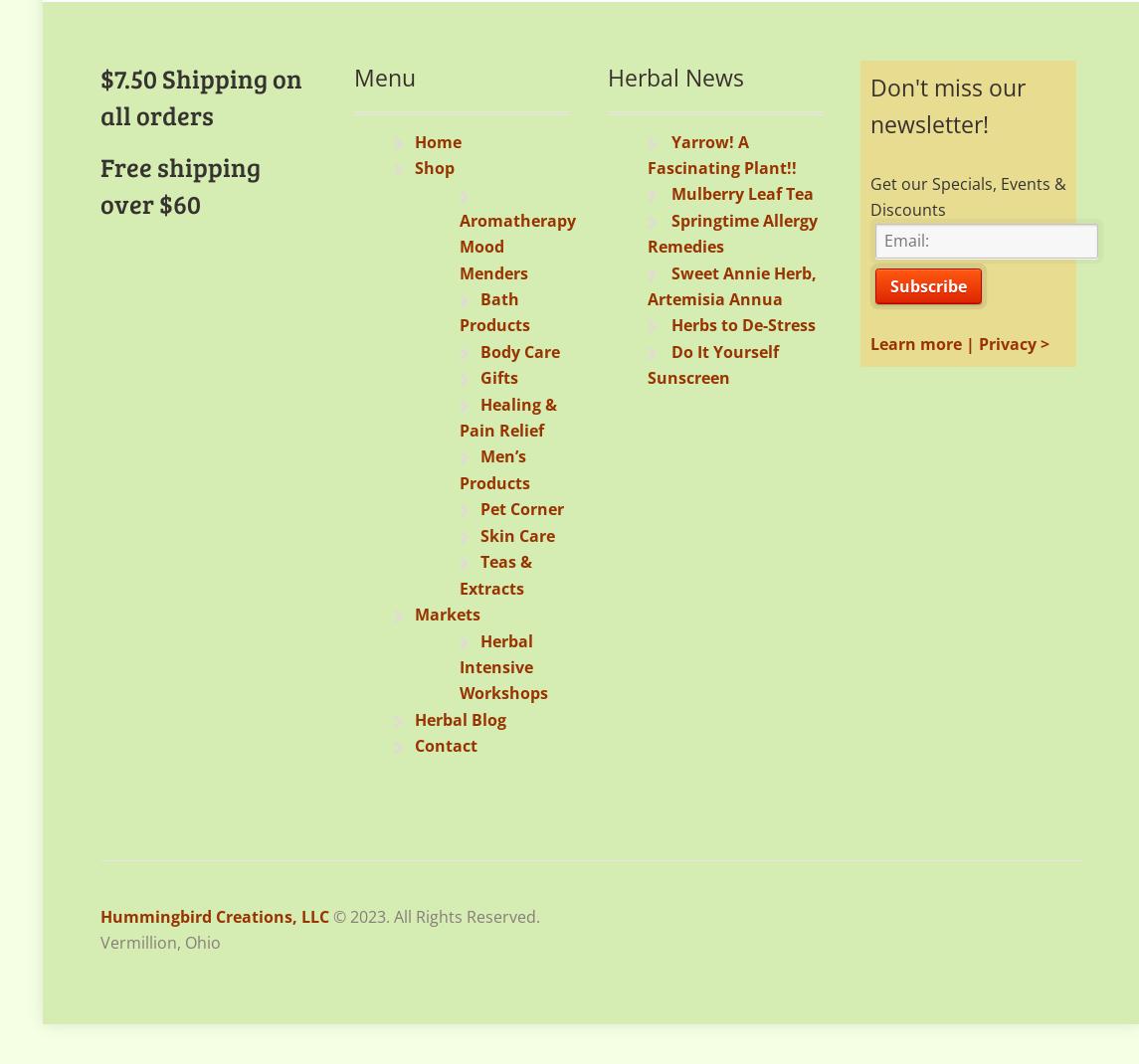 Image resolution: width=1139 pixels, height=1064 pixels. I want to click on 'Vermillion, Ohio', so click(160, 940).